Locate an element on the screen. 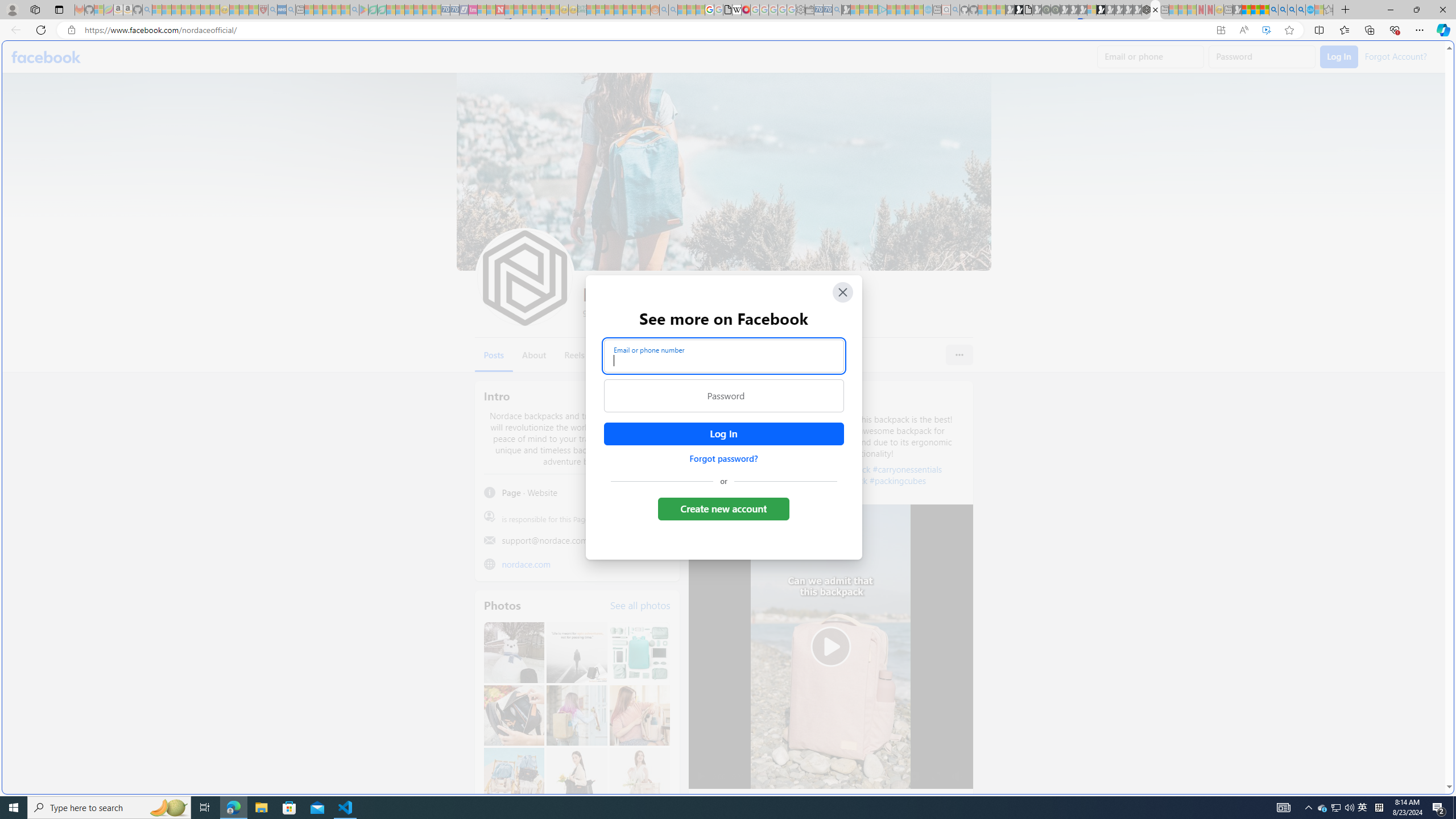  'App available. Install Facebook' is located at coordinates (1220, 30).